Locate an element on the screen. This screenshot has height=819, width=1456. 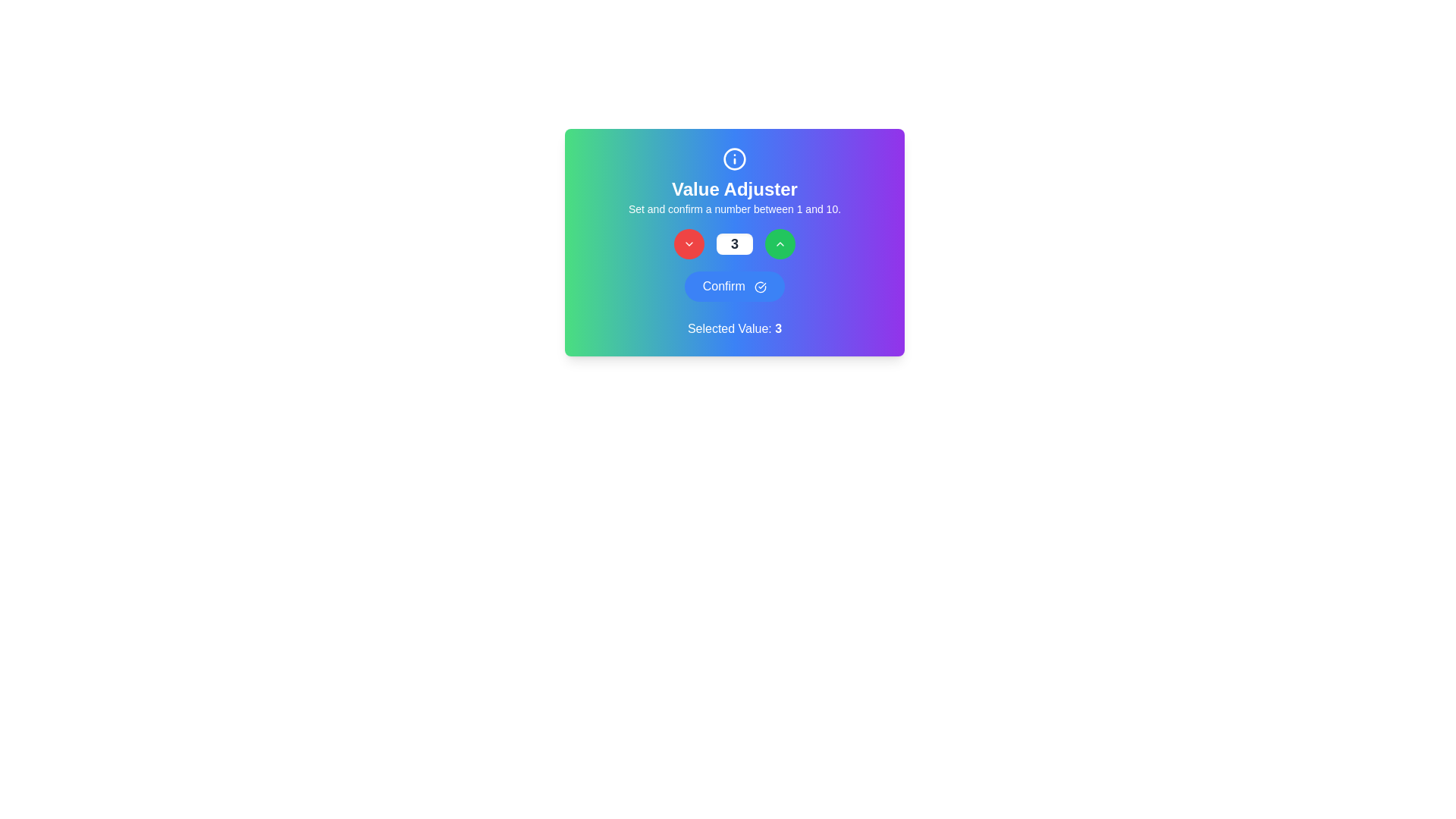
the bold text element labeled 'Value Adjuster', which is styled with a large font size and white color, positioned below a circular information icon is located at coordinates (735, 189).